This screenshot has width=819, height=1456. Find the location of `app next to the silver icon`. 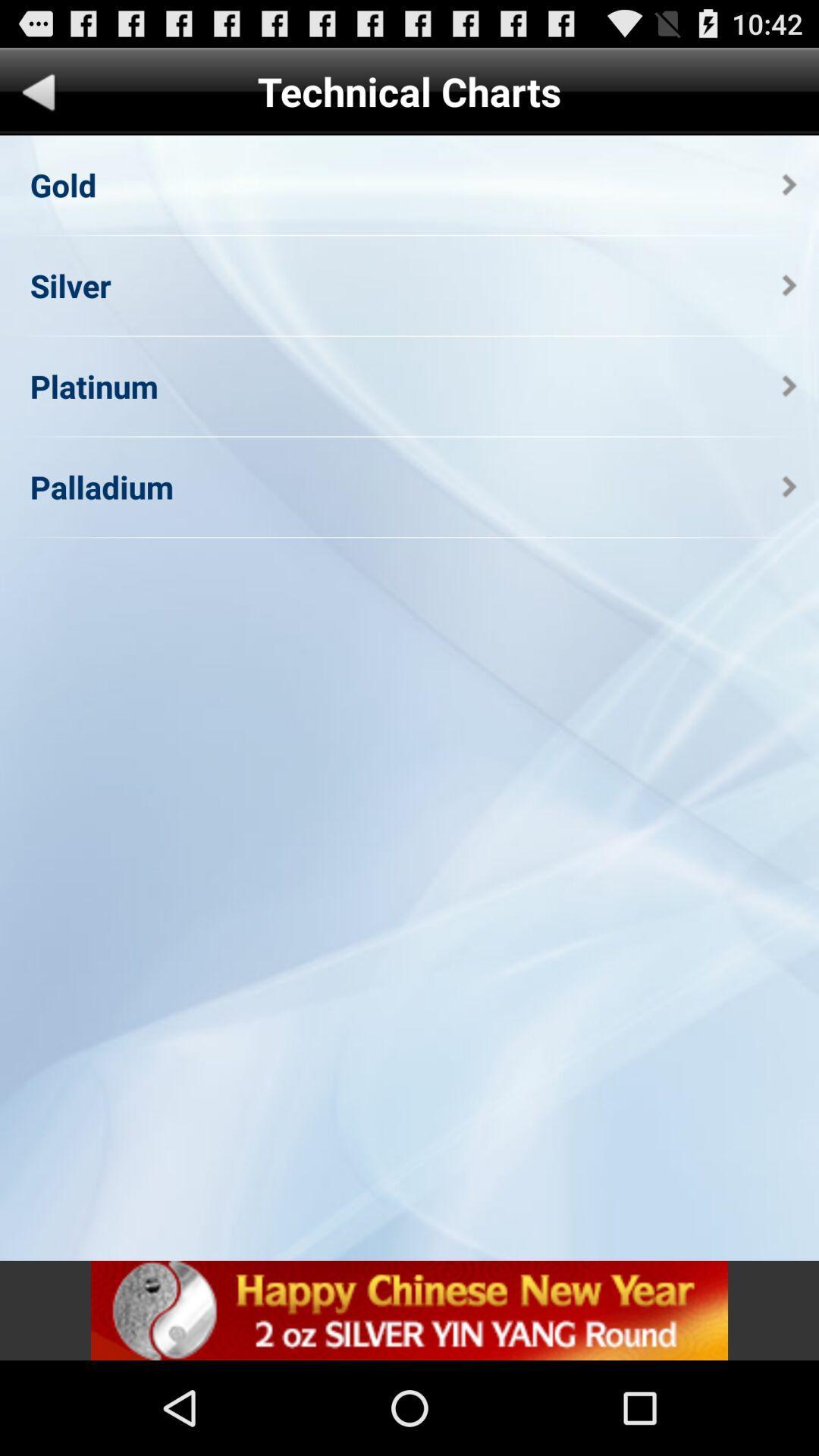

app next to the silver icon is located at coordinates (789, 285).